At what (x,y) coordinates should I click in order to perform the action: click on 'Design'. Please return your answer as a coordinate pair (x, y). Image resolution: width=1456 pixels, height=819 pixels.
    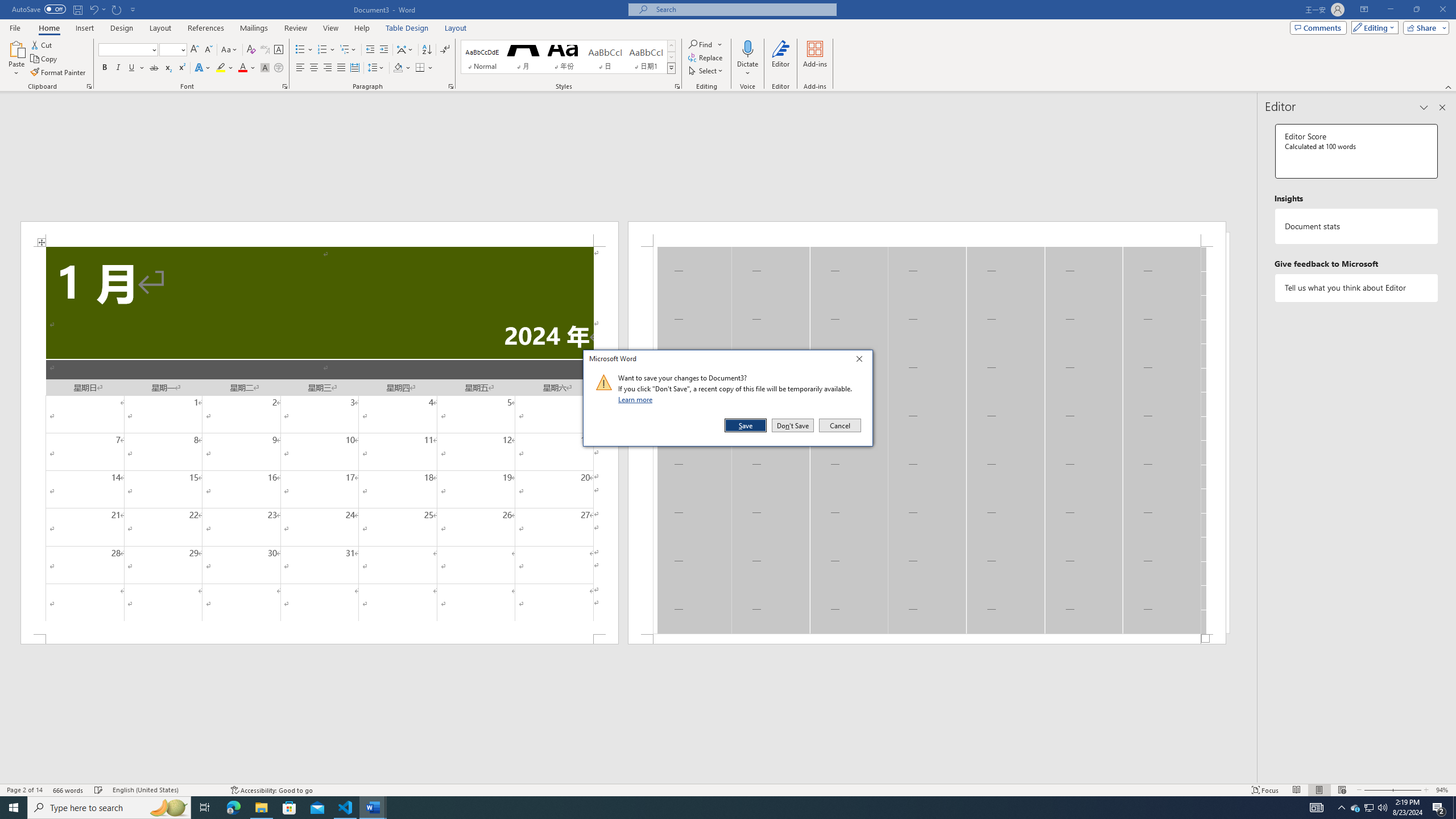
    Looking at the image, I should click on (122, 28).